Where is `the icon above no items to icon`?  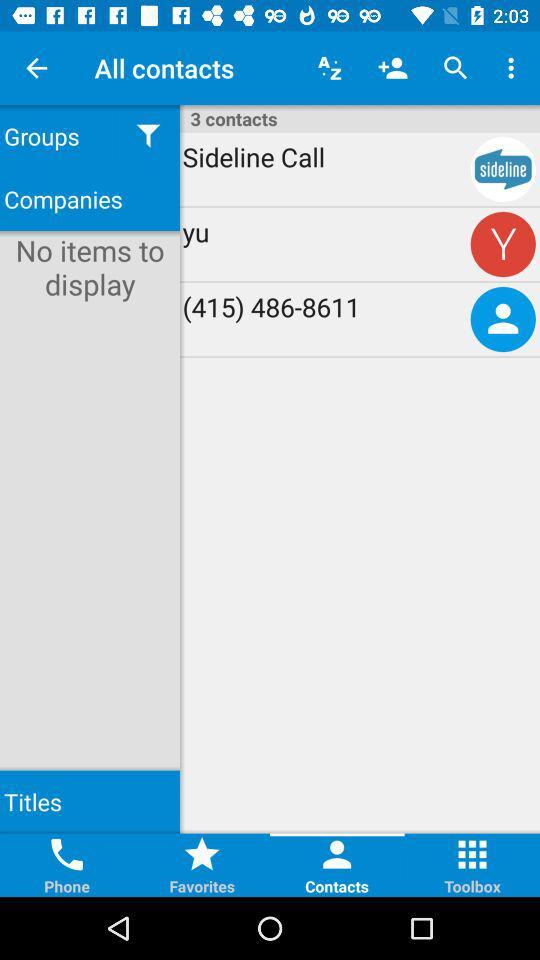 the icon above no items to icon is located at coordinates (89, 199).